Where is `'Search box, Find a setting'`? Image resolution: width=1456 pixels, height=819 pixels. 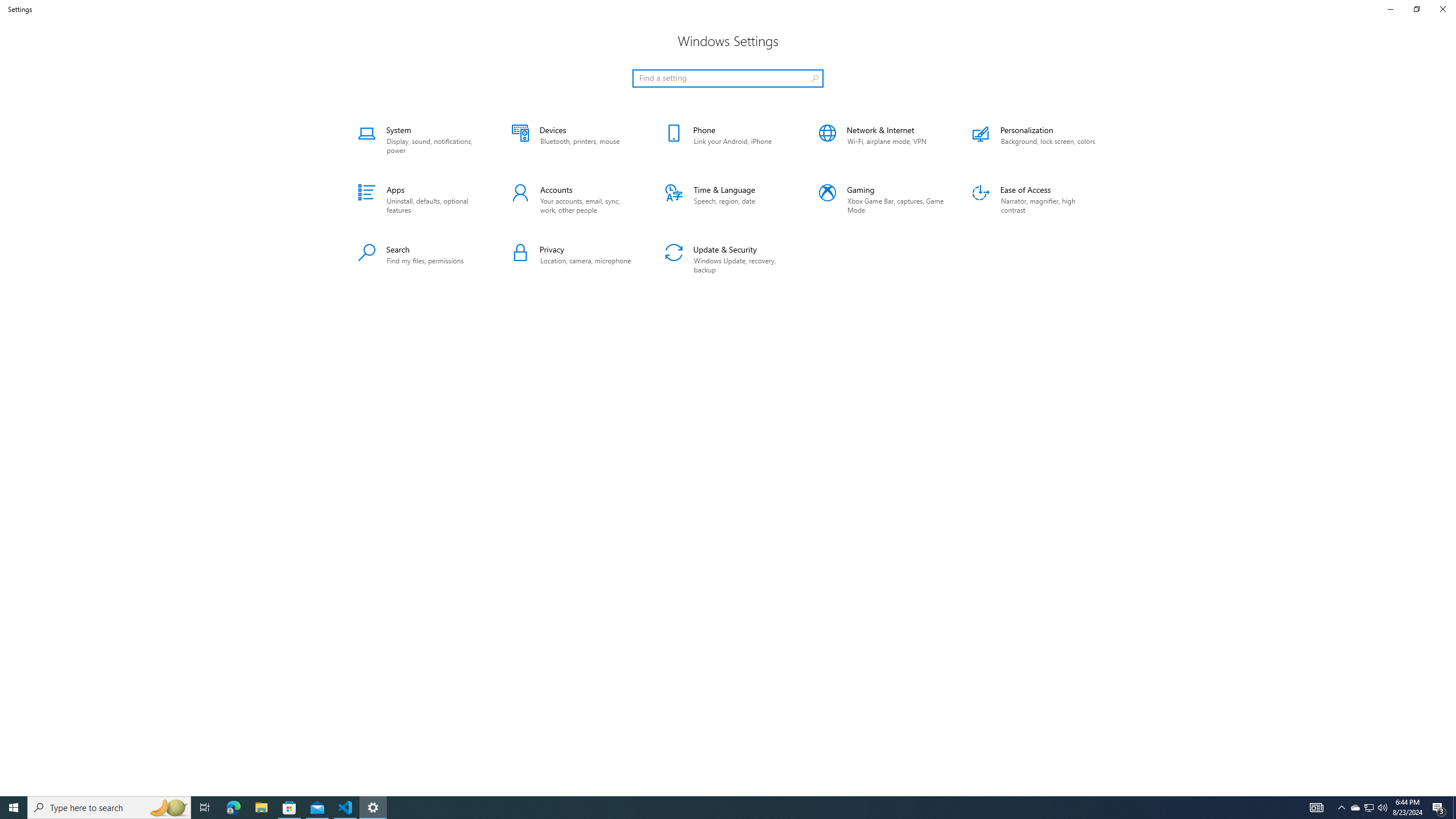
'Search box, Find a setting' is located at coordinates (728, 78).